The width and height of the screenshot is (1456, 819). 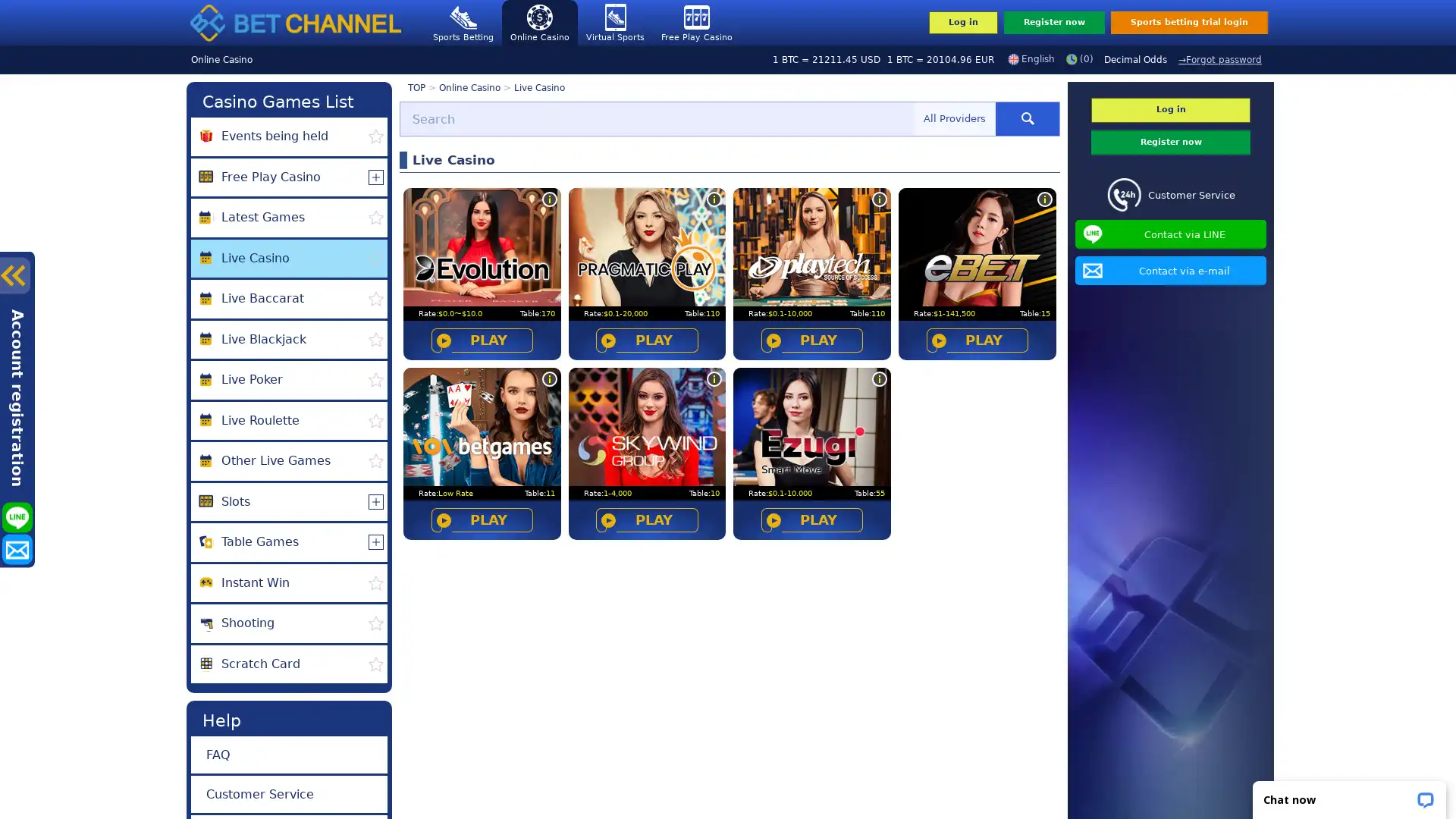 I want to click on PLAY, so click(x=647, y=519).